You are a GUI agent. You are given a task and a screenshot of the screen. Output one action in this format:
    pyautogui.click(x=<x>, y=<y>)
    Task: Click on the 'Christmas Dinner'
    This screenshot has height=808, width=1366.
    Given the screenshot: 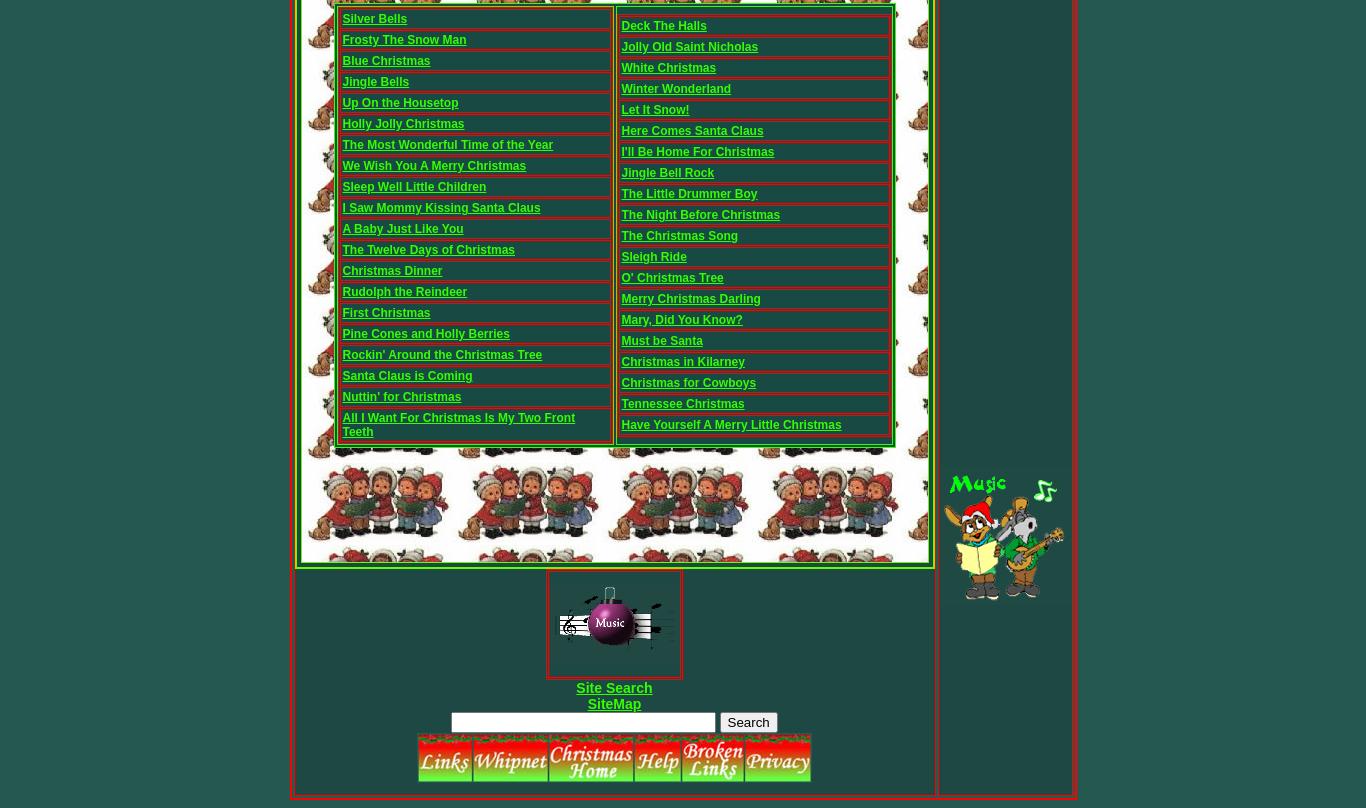 What is the action you would take?
    pyautogui.click(x=391, y=271)
    